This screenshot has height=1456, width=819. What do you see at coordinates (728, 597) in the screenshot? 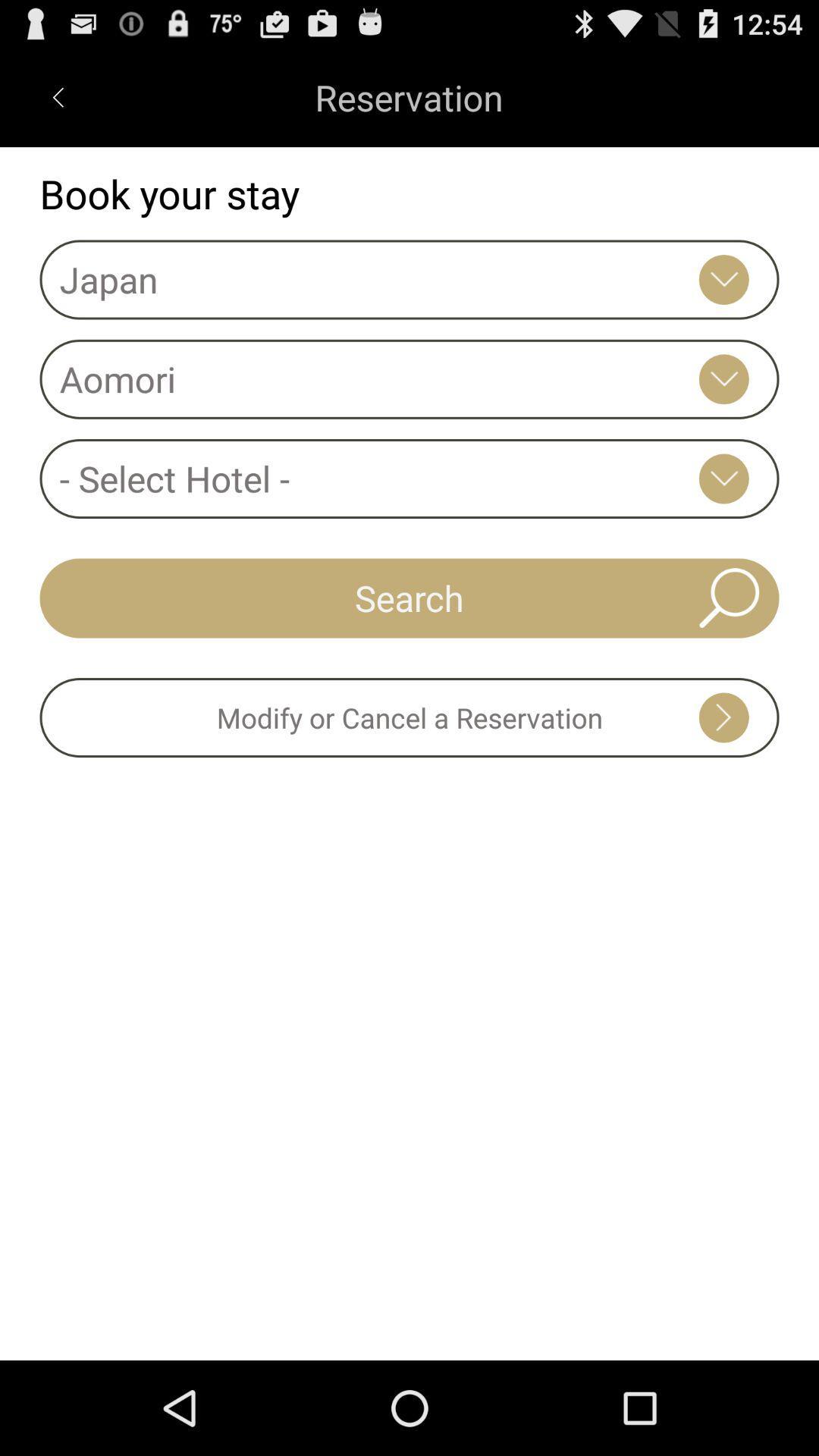
I see `search option` at bounding box center [728, 597].